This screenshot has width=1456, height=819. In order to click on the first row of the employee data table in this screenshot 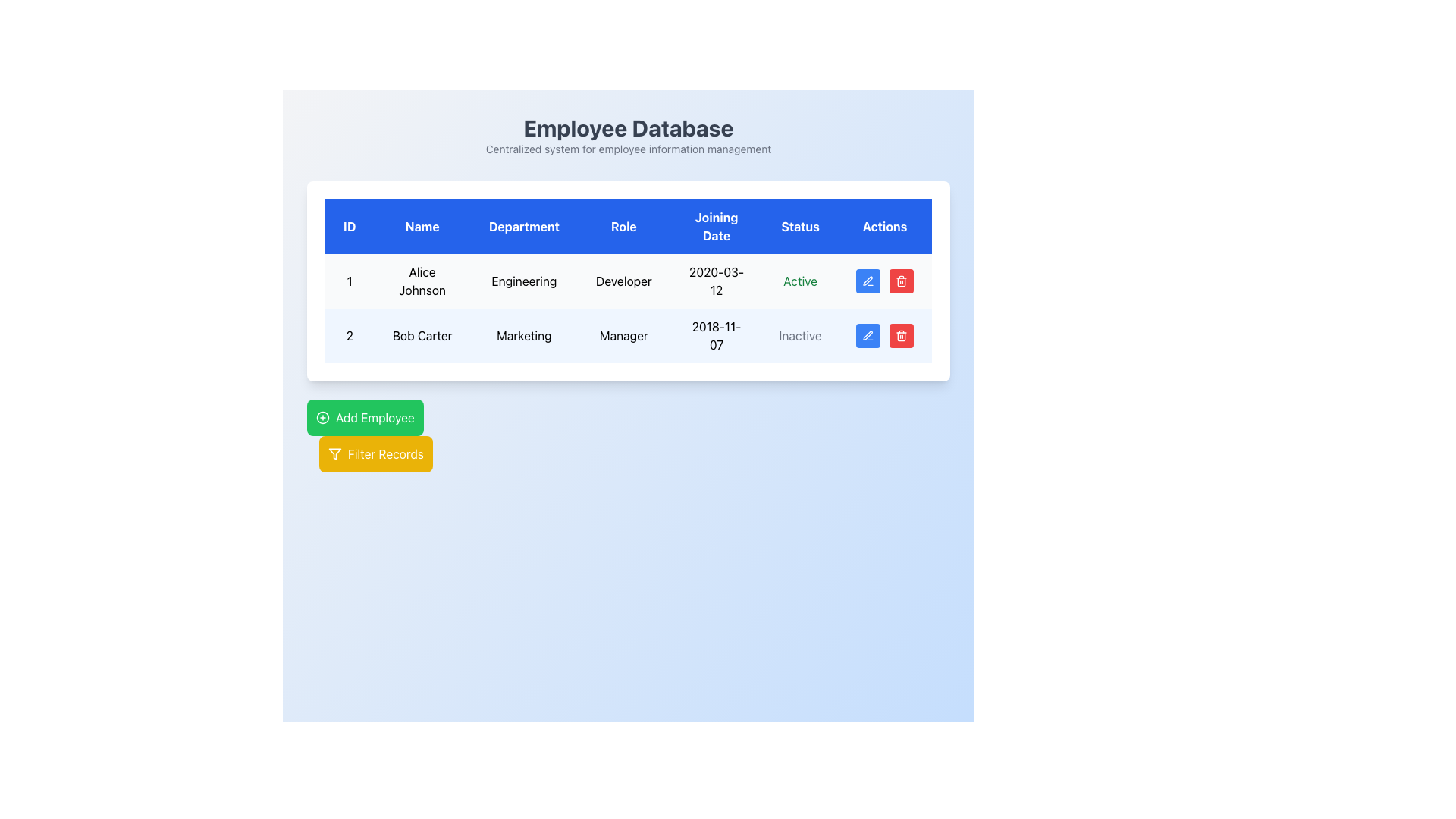, I will do `click(629, 281)`.